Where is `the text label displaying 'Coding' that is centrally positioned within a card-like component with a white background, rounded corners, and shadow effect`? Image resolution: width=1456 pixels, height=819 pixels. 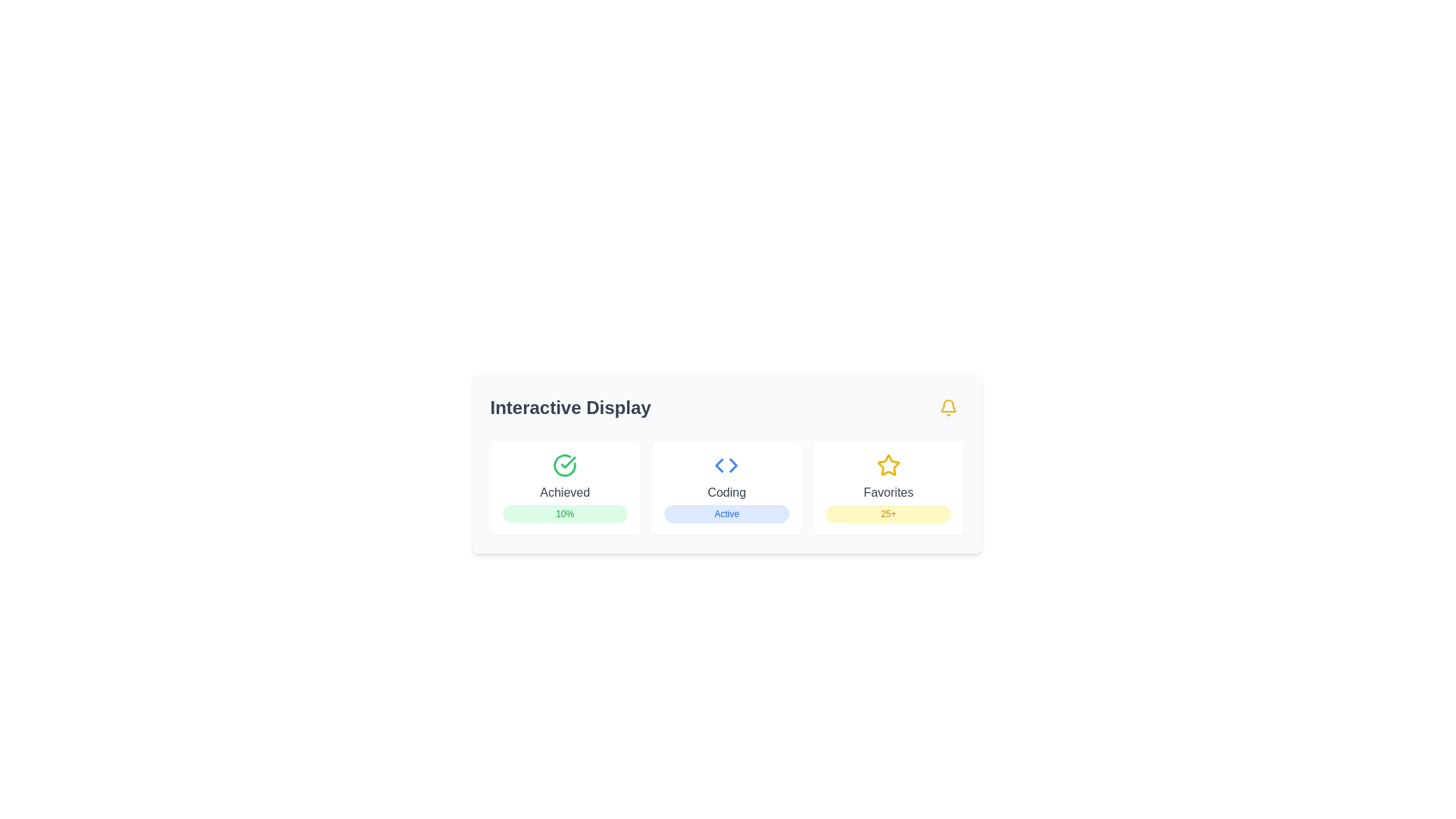
the text label displaying 'Coding' that is centrally positioned within a card-like component with a white background, rounded corners, and shadow effect is located at coordinates (726, 493).